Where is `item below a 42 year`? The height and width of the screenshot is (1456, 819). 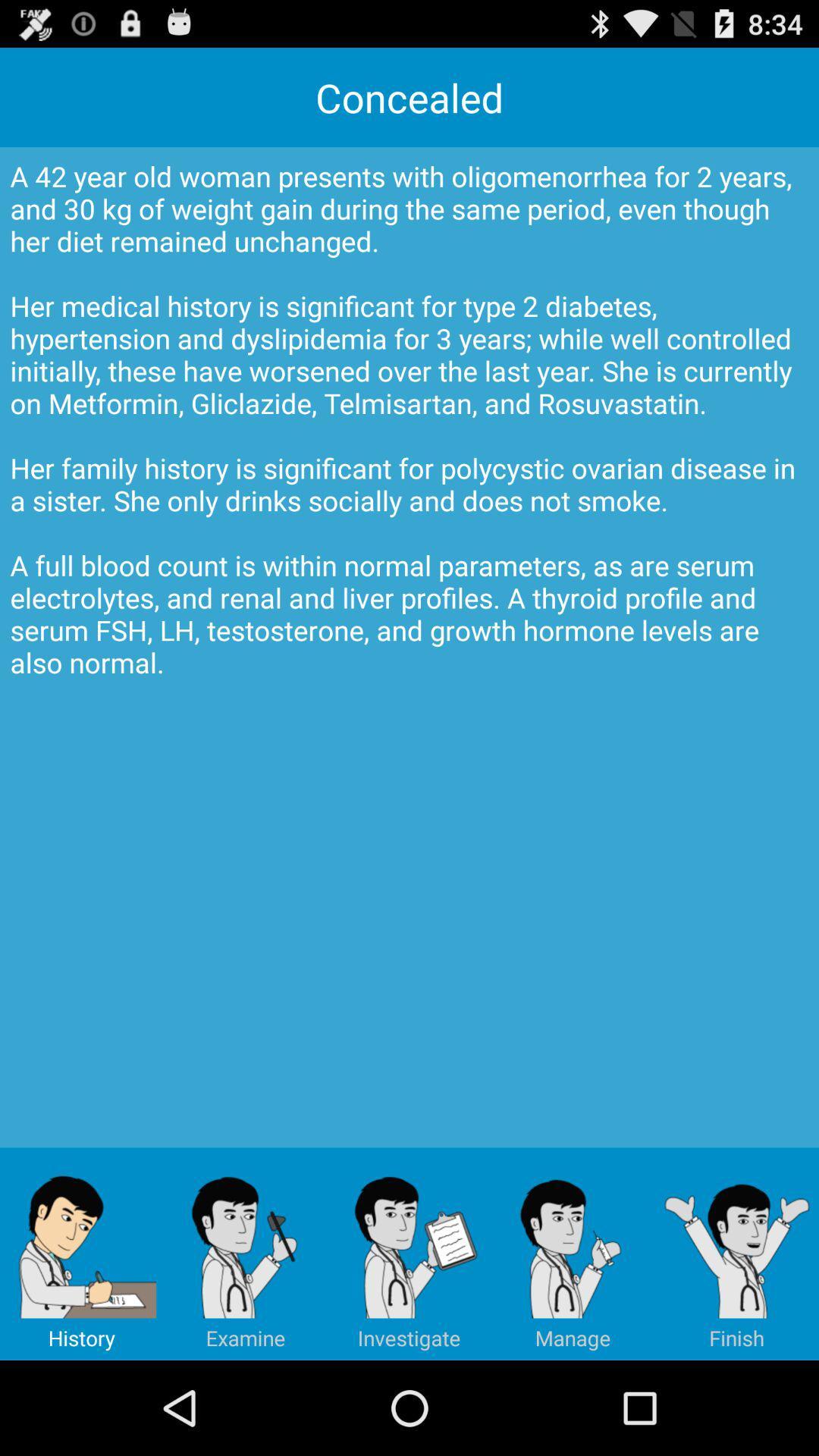 item below a 42 year is located at coordinates (82, 1254).